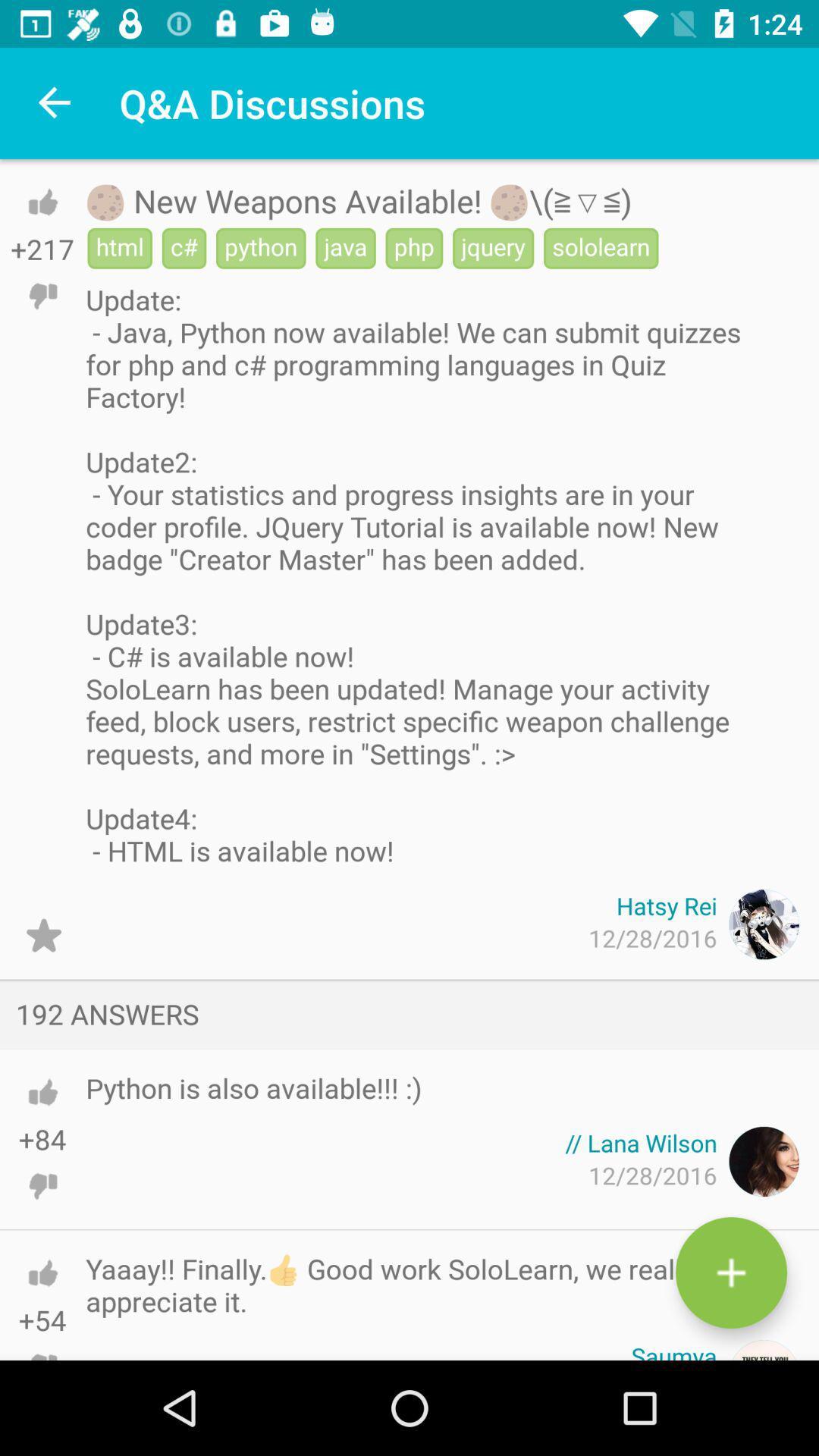 The width and height of the screenshot is (819, 1456). What do you see at coordinates (42, 1272) in the screenshot?
I see `thumbs up` at bounding box center [42, 1272].